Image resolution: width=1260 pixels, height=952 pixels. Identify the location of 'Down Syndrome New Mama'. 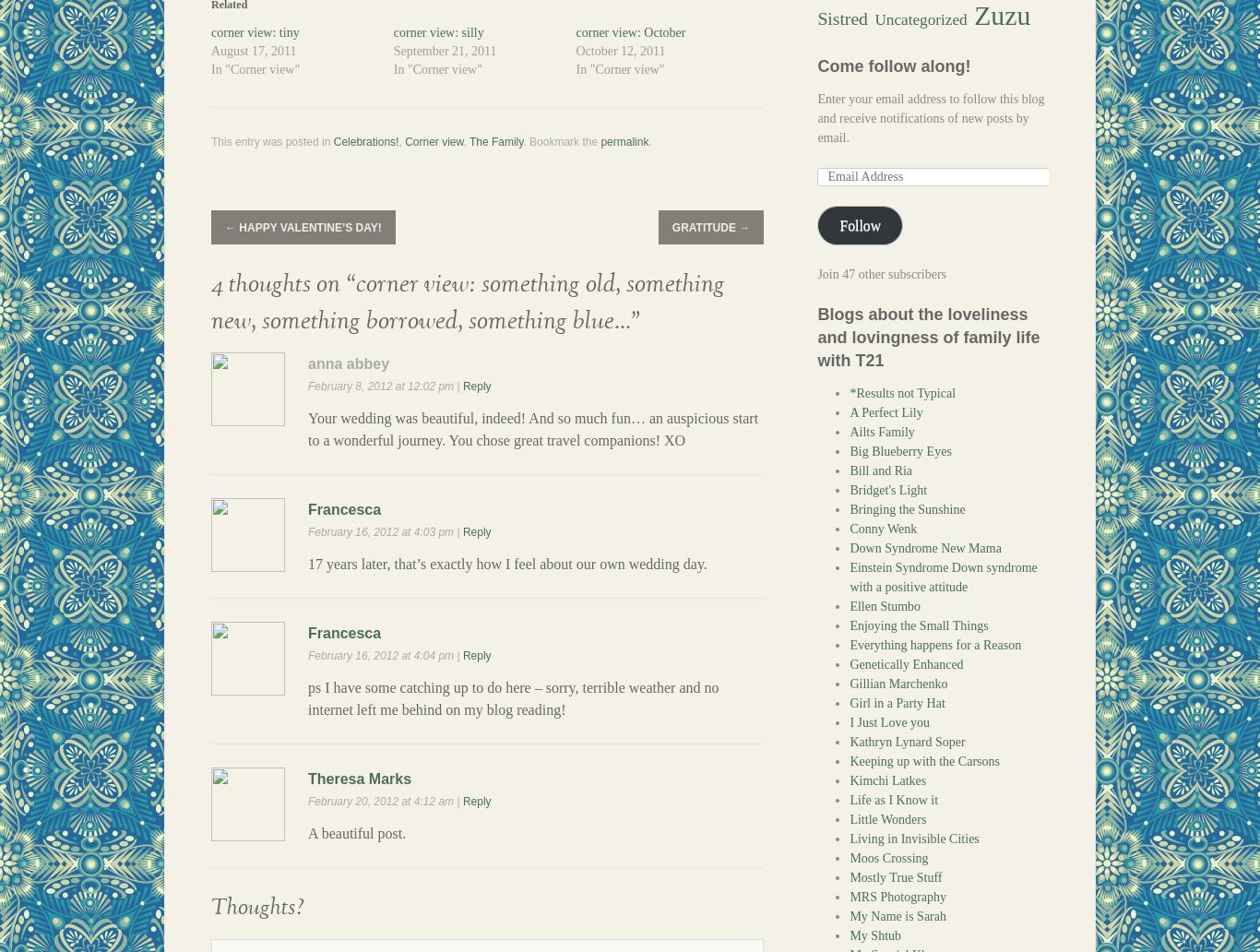
(925, 548).